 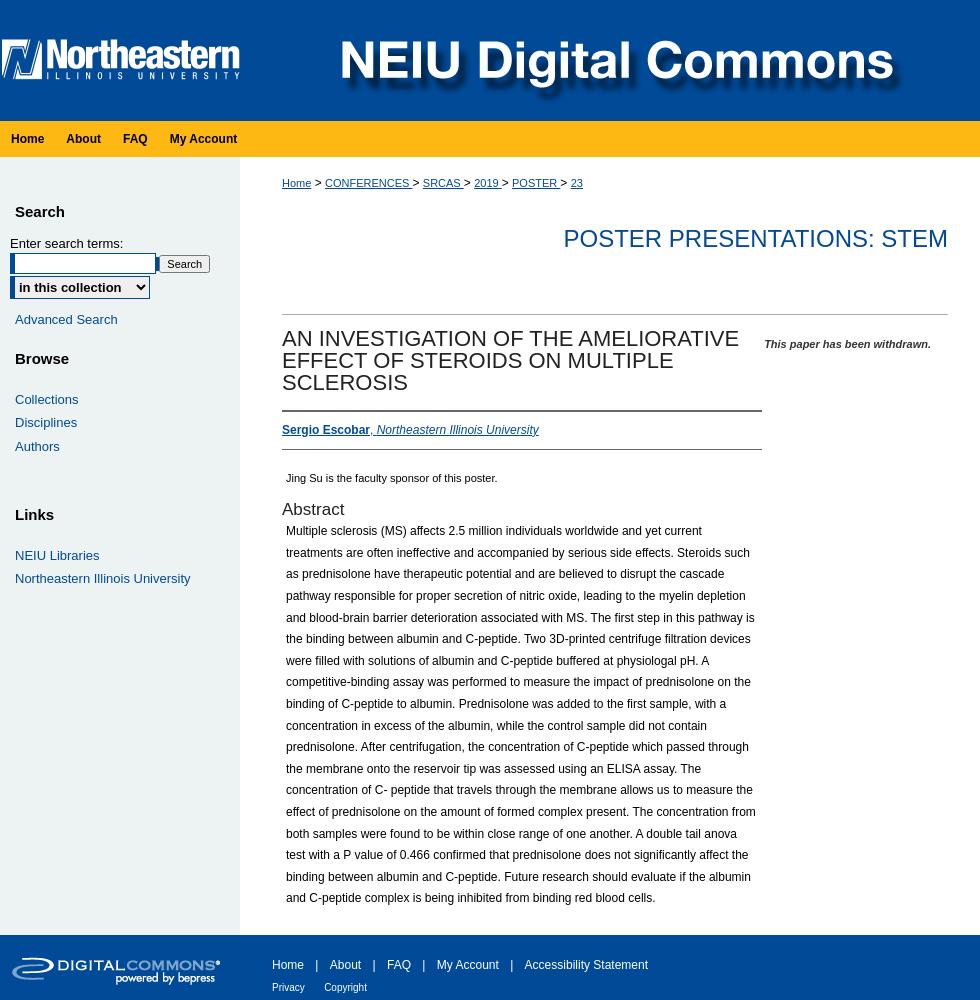 I want to click on 'Search', so click(x=39, y=209).